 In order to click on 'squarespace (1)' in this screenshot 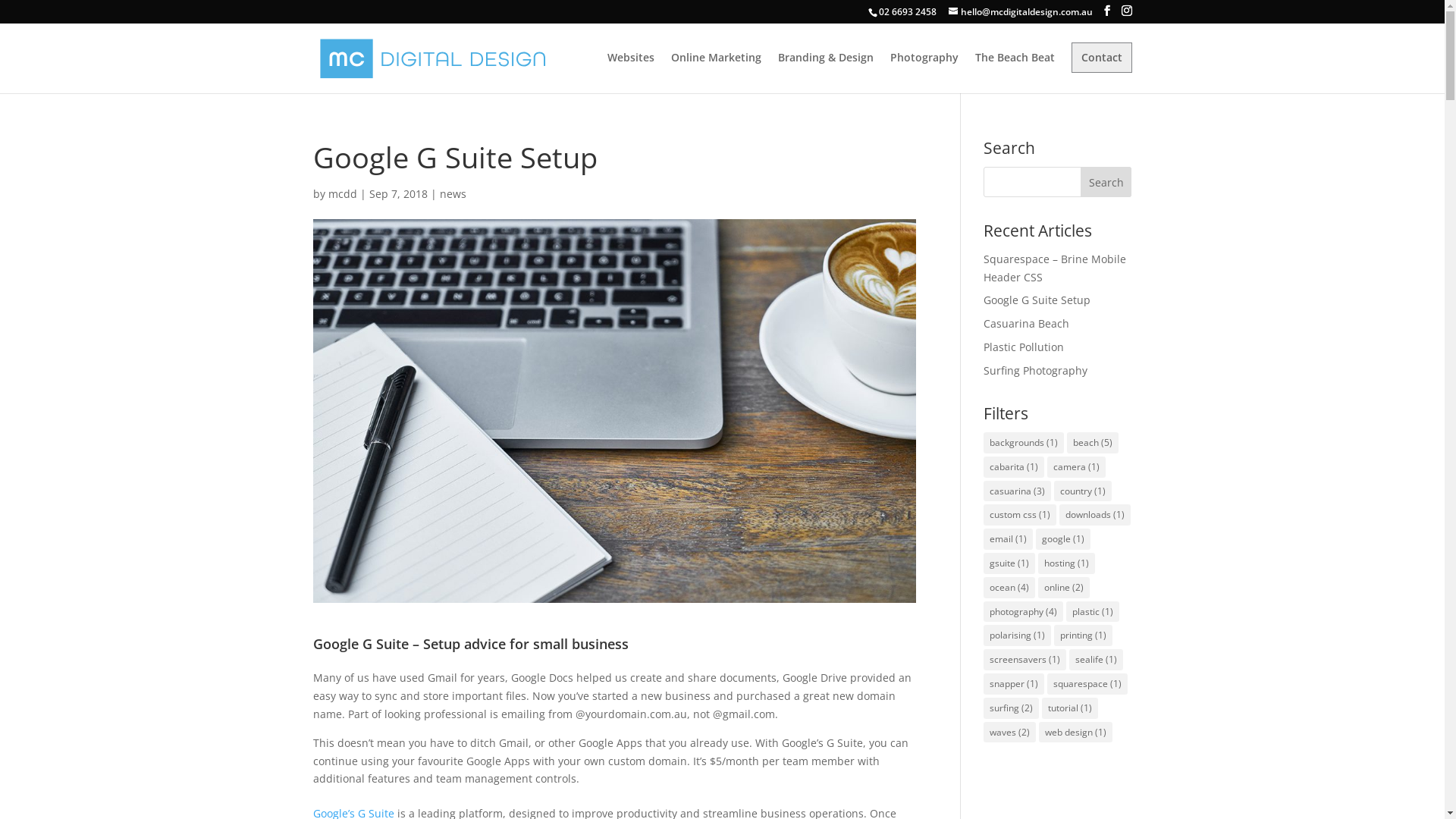, I will do `click(1087, 684)`.